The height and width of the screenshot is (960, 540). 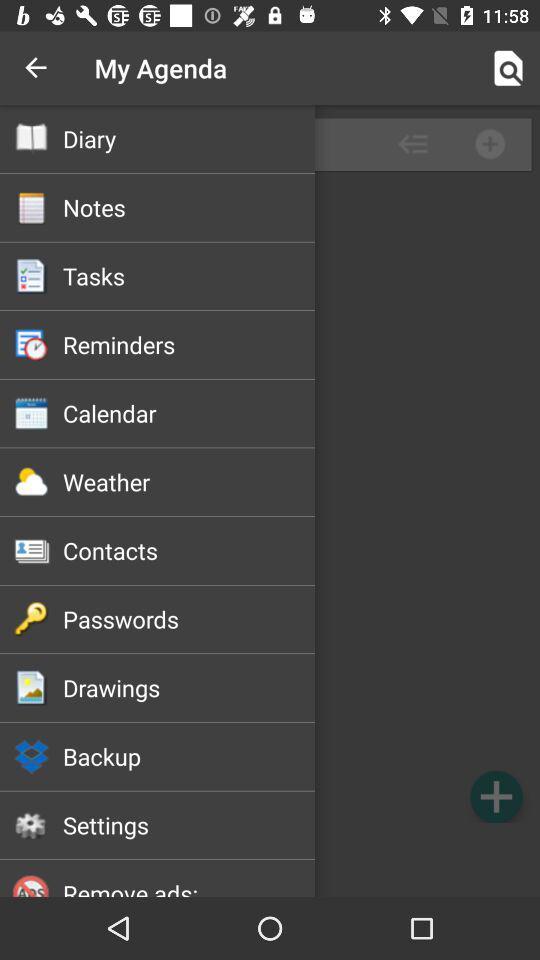 What do you see at coordinates (189, 886) in the screenshot?
I see `the item below the settings icon` at bounding box center [189, 886].